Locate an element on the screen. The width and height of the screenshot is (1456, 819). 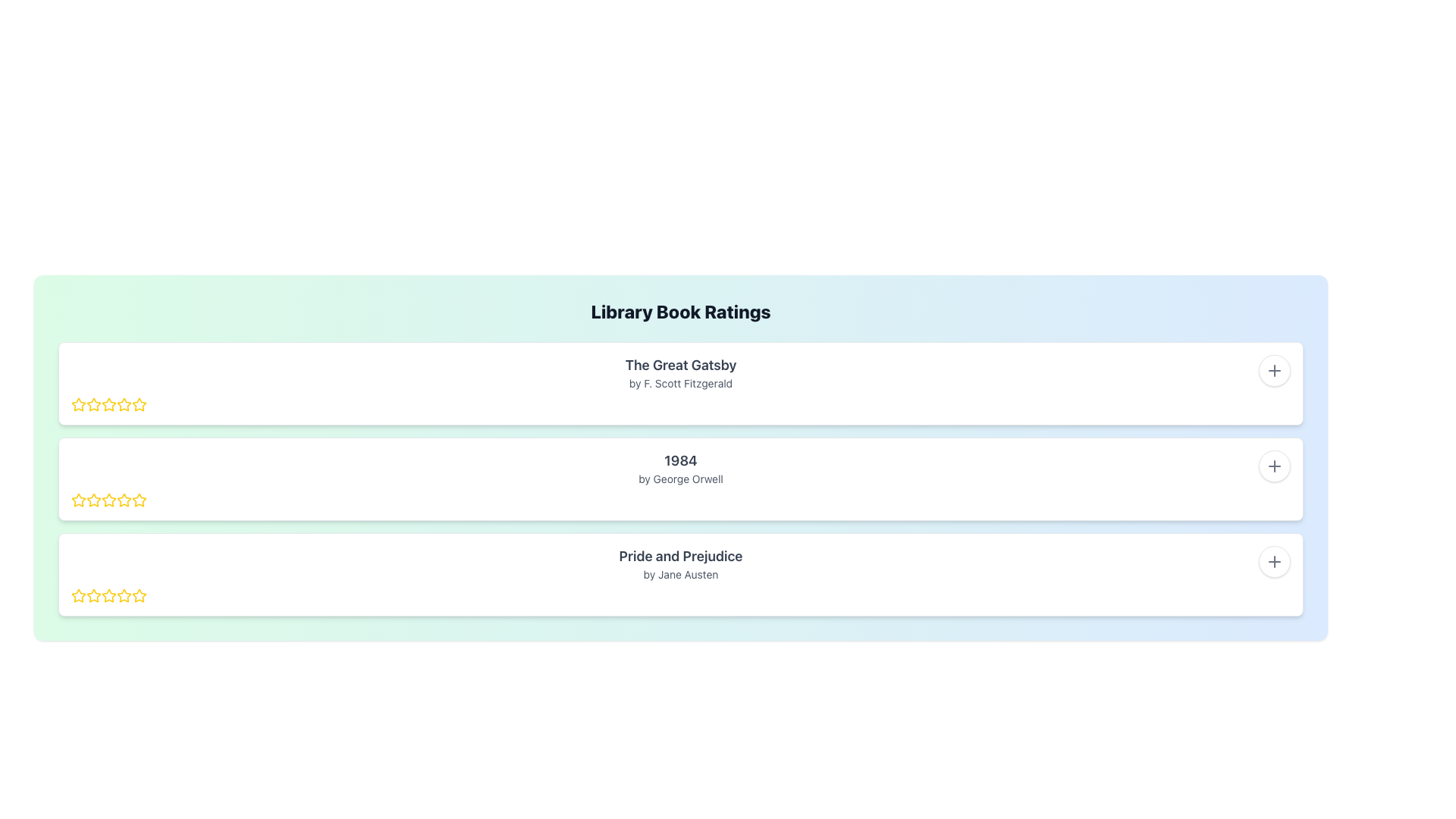
the star icon with a yellow outline and white fill, located in the third item of the 'Library Book Ratings' list, corresponding to the book 'Pride and Prejudice' is located at coordinates (78, 595).